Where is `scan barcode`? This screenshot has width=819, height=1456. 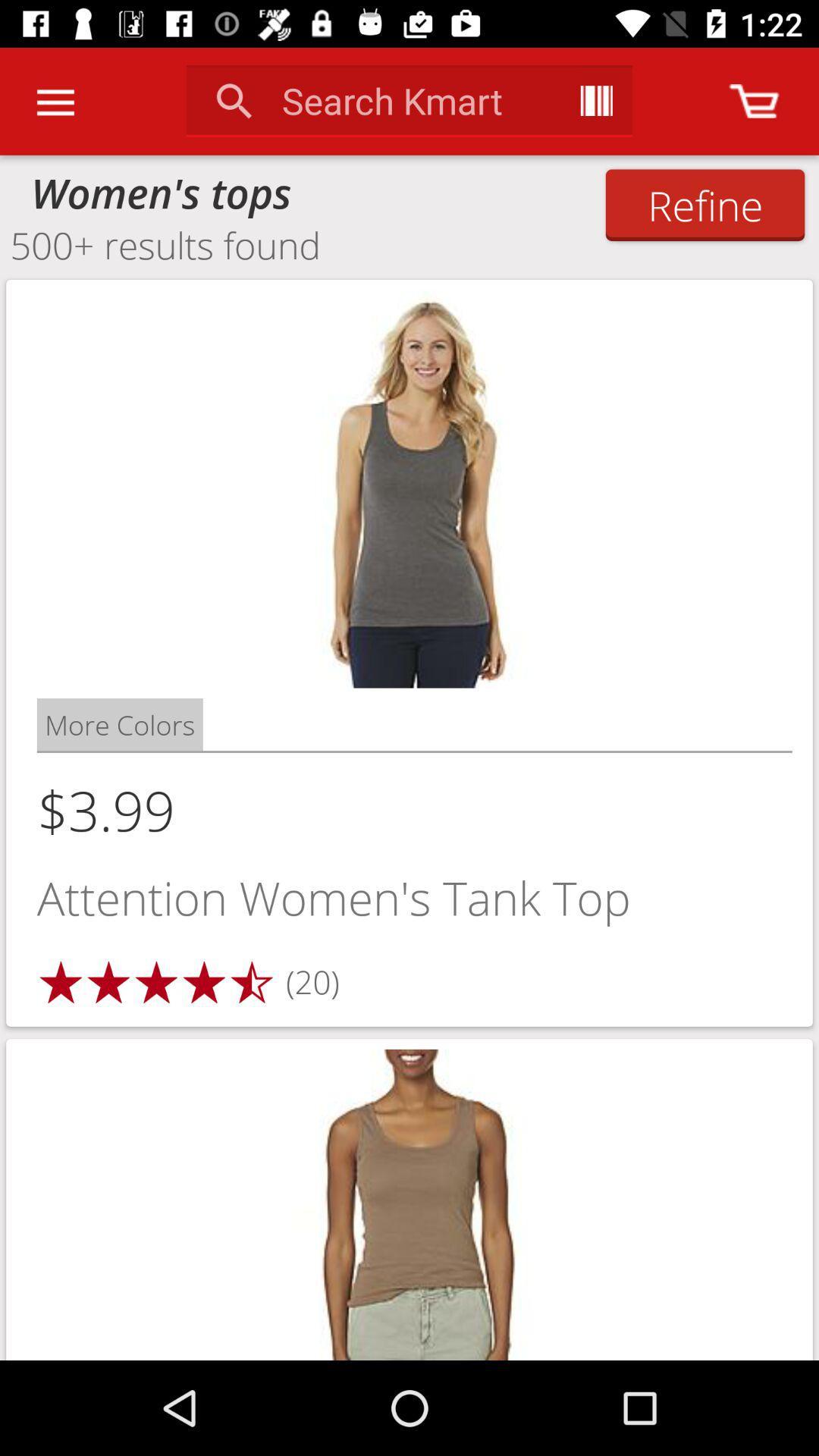
scan barcode is located at coordinates (595, 100).